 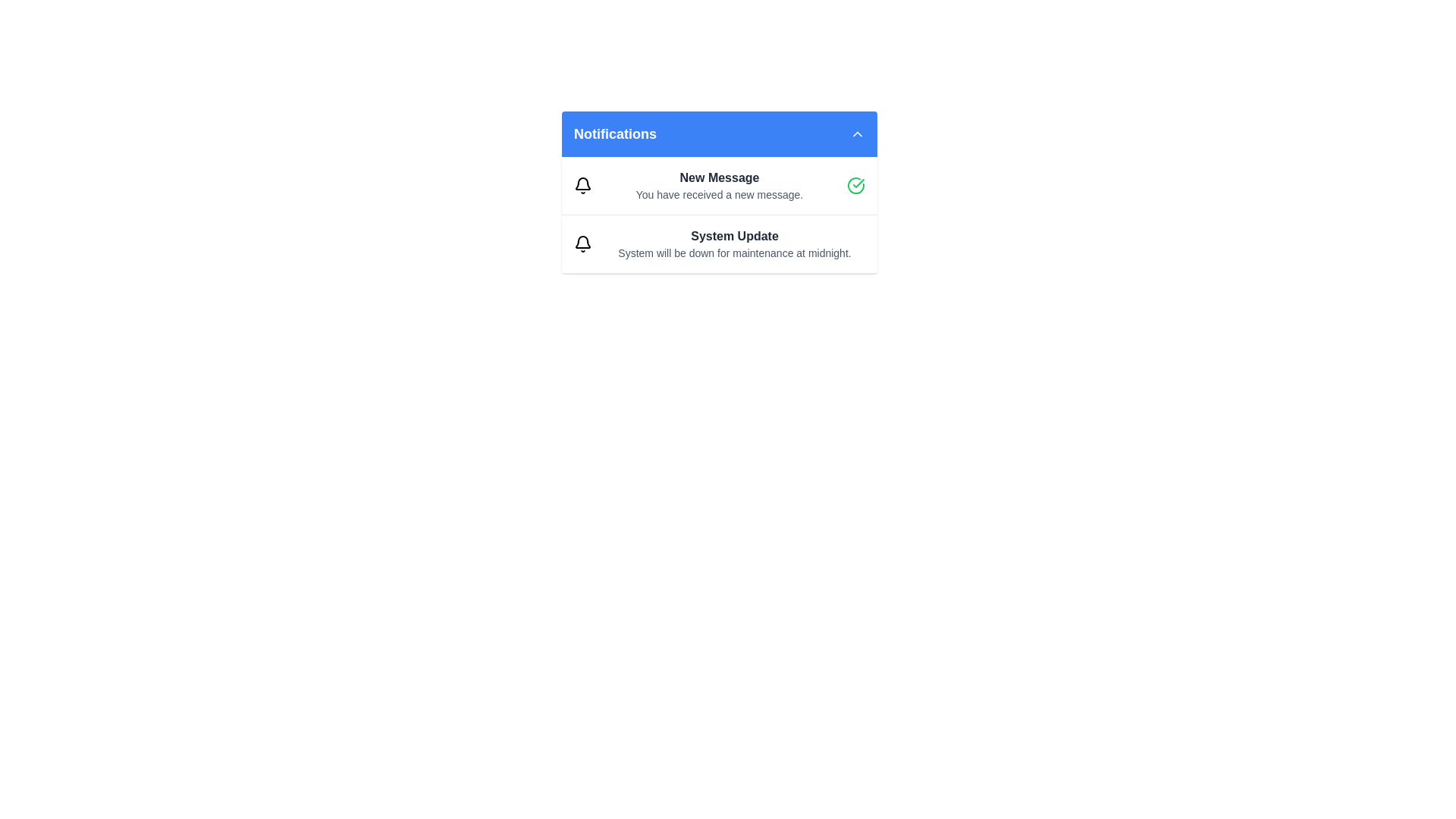 What do you see at coordinates (855, 185) in the screenshot?
I see `the status icon indicating a successful 'New Message' notification, located adjacent to the 'New Message' label in the notifications panel` at bounding box center [855, 185].